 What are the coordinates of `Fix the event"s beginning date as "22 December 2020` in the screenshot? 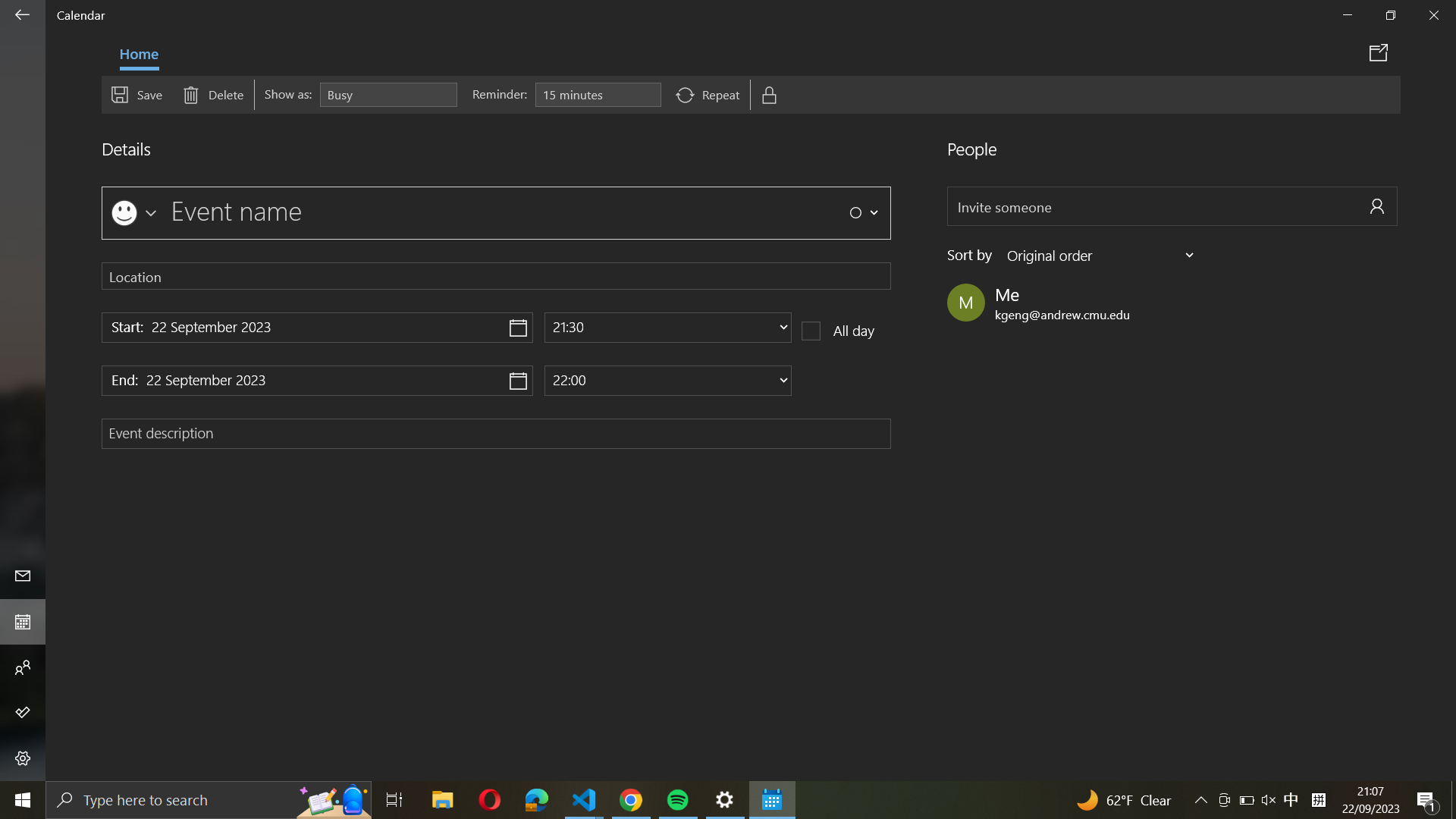 It's located at (316, 327).